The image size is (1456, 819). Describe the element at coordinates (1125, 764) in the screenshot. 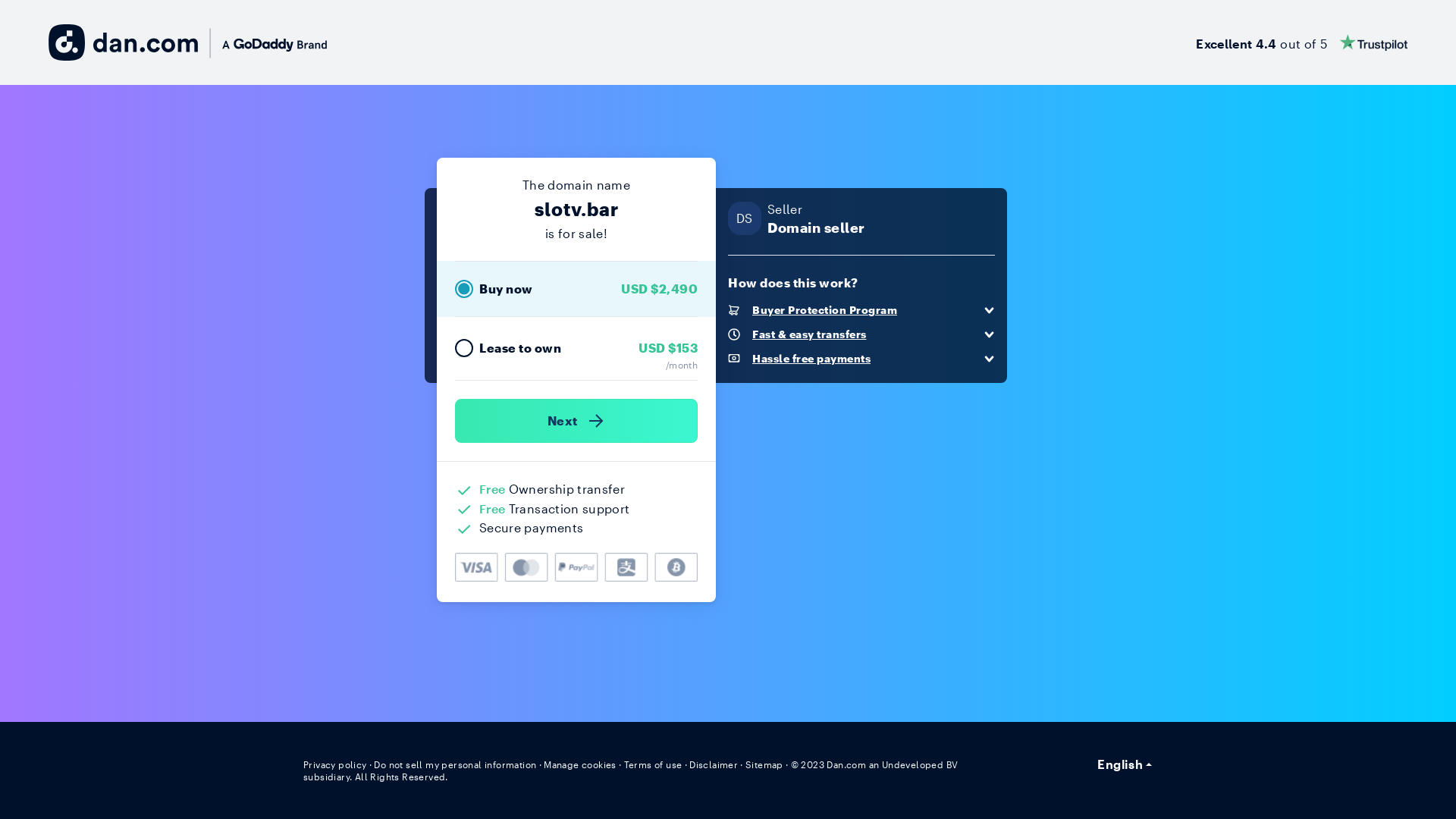

I see `'English'` at that location.